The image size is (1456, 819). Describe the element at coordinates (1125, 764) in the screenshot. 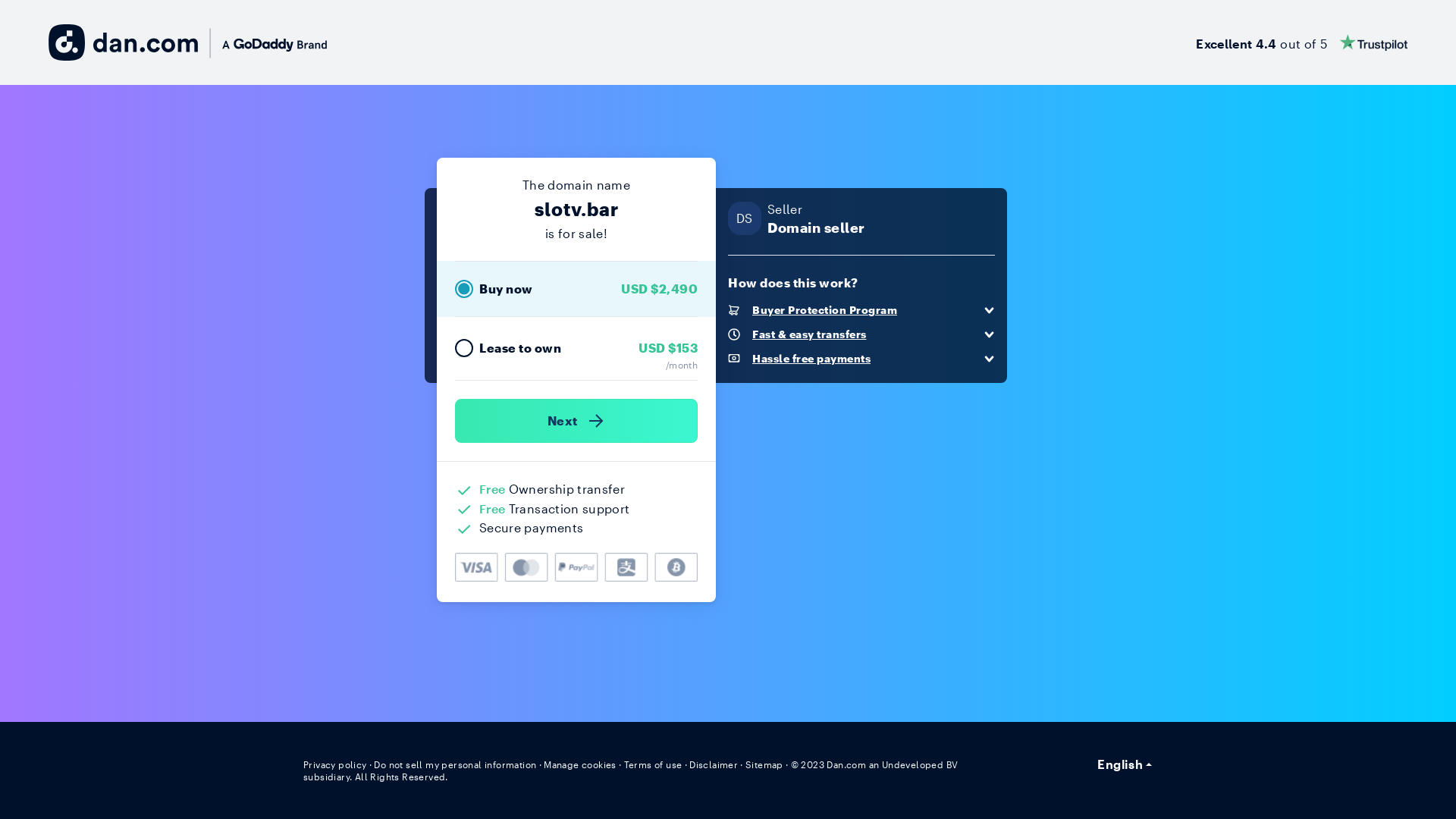

I see `'English'` at that location.